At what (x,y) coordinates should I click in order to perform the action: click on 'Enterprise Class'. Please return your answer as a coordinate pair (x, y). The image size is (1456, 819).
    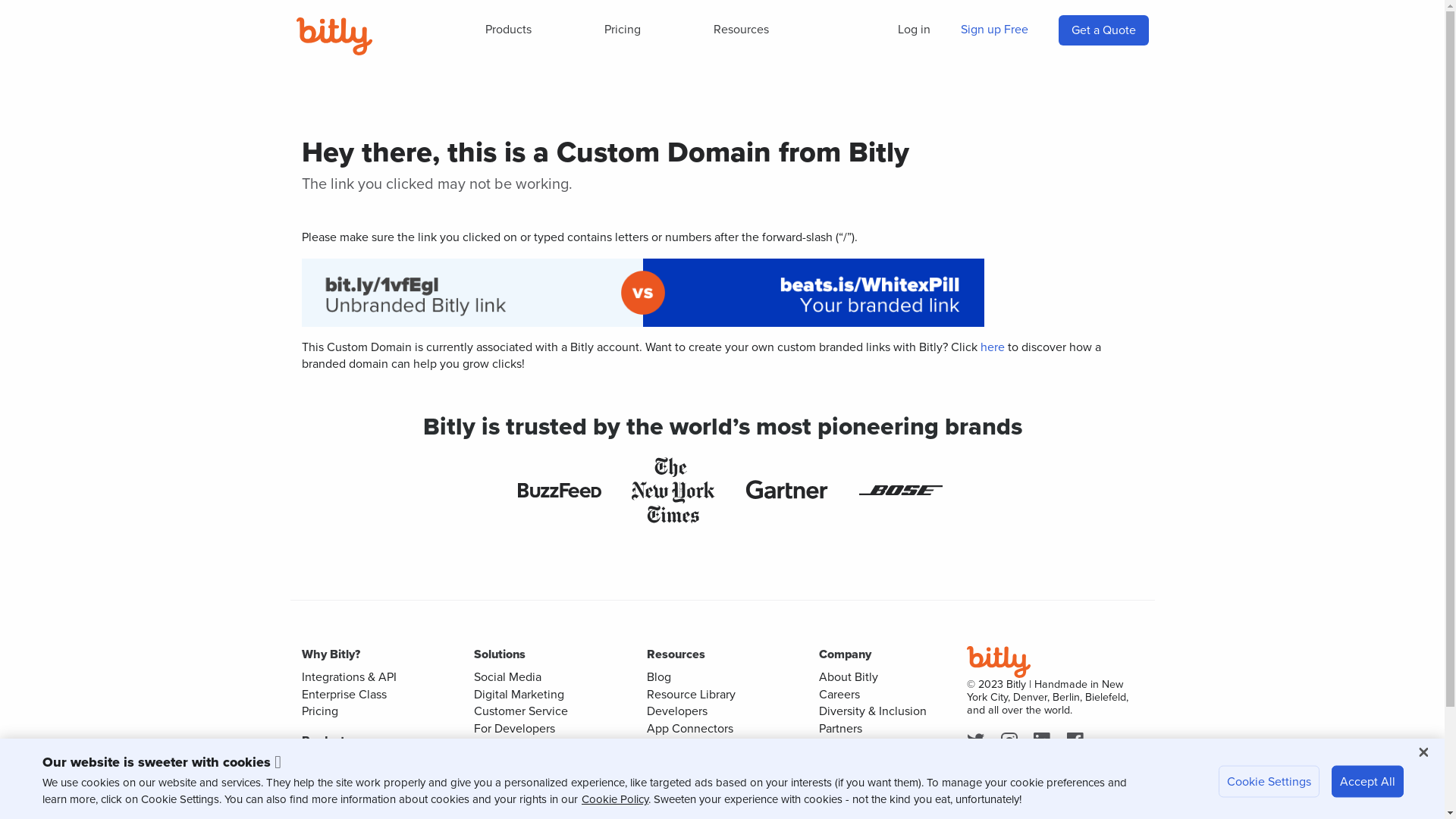
    Looking at the image, I should click on (344, 694).